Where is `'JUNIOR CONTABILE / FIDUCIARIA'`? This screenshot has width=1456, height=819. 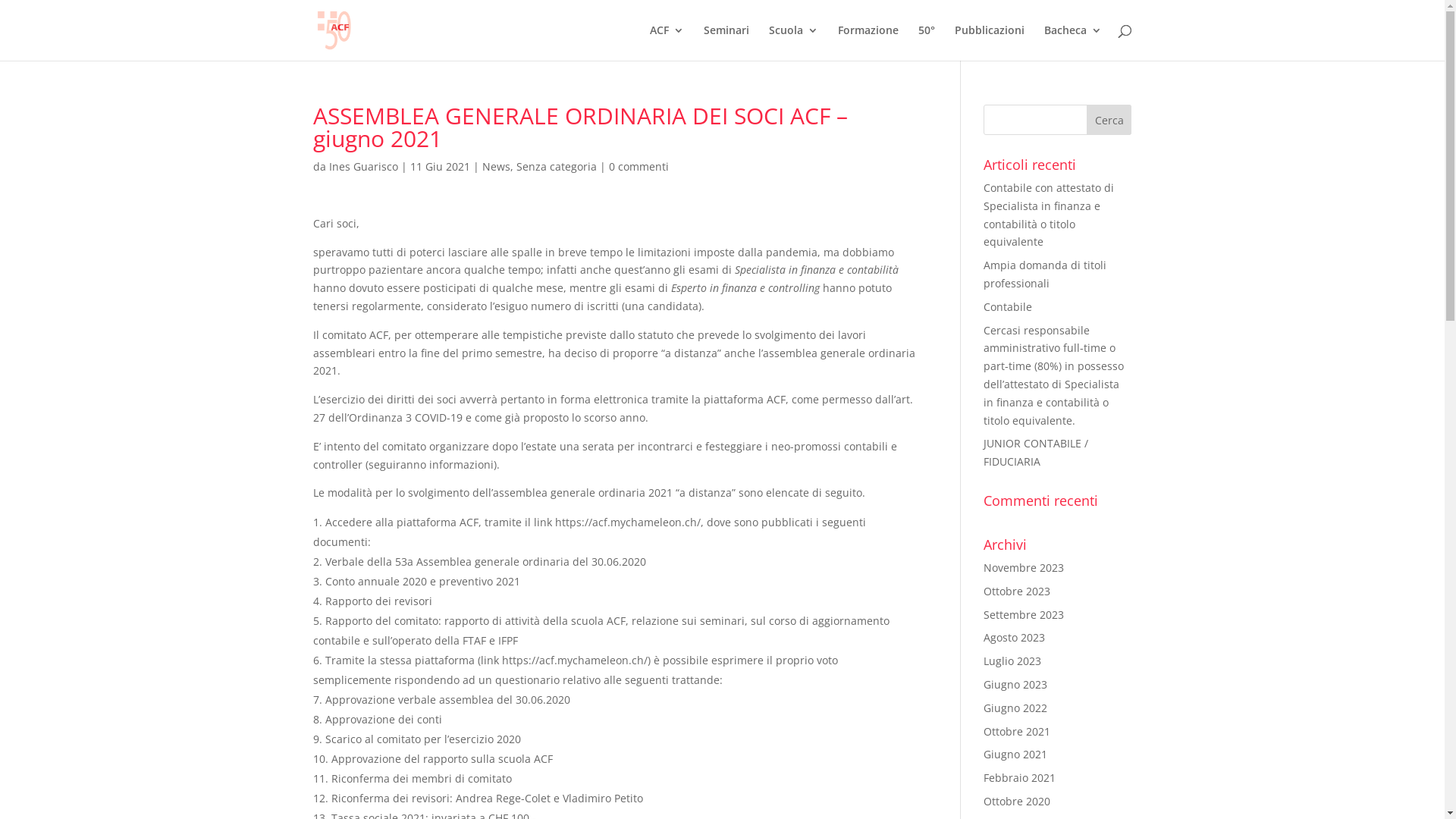
'JUNIOR CONTABILE / FIDUCIARIA' is located at coordinates (1035, 451).